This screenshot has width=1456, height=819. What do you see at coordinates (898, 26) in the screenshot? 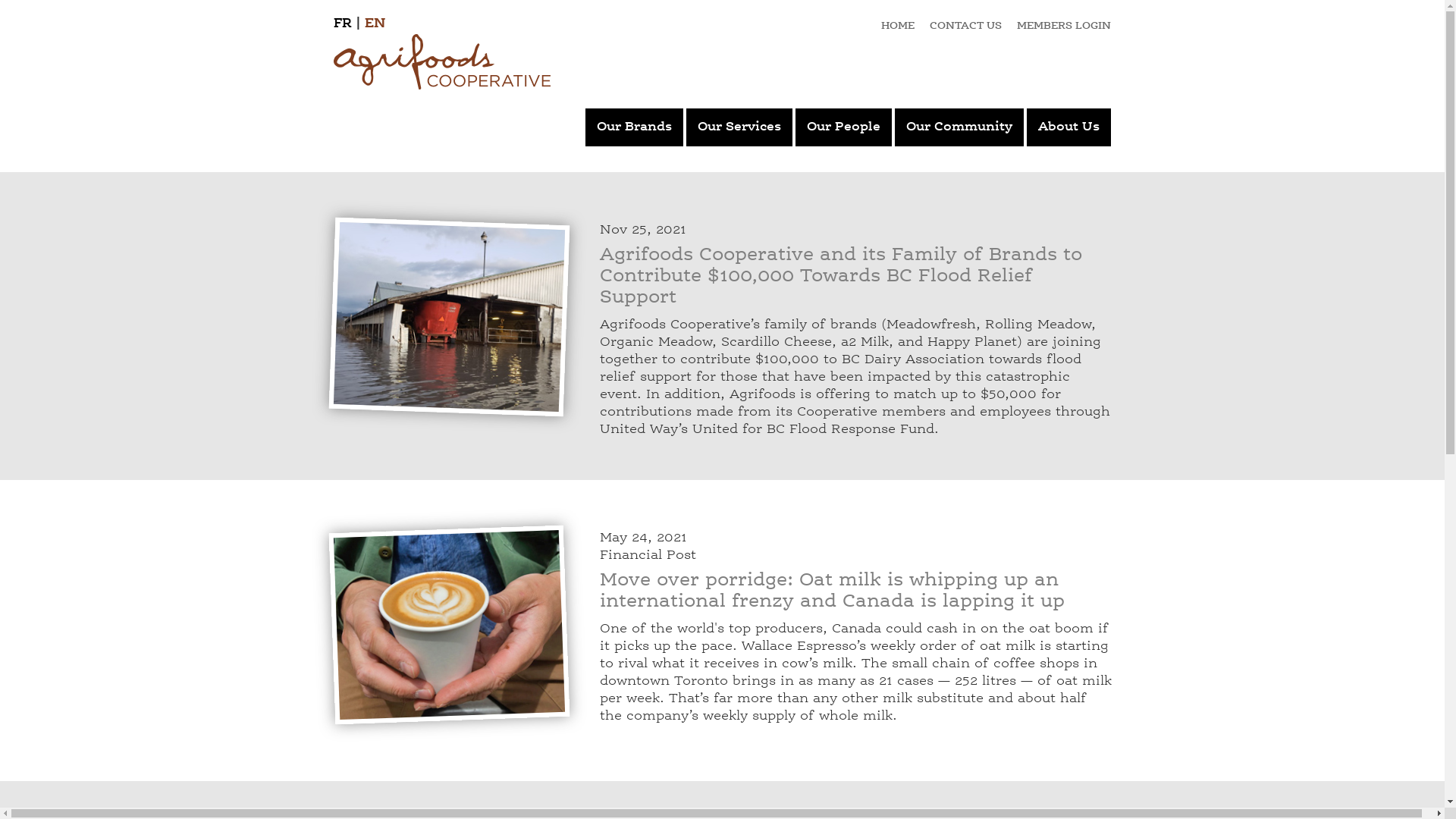
I see `'HOME'` at bounding box center [898, 26].